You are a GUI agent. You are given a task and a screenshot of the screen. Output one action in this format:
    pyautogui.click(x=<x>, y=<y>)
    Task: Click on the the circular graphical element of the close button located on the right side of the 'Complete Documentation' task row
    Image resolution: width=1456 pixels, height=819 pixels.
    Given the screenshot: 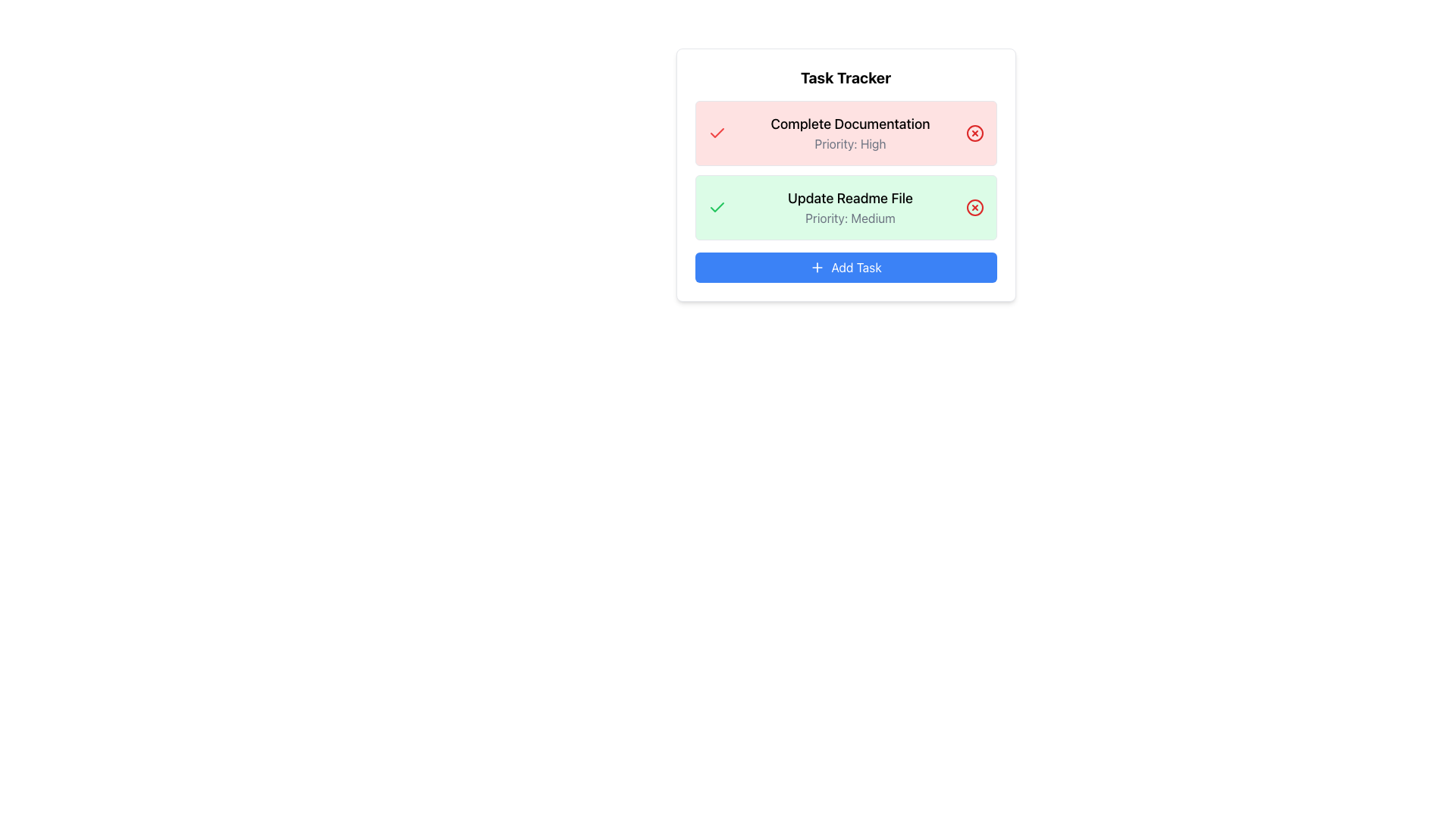 What is the action you would take?
    pyautogui.click(x=974, y=133)
    